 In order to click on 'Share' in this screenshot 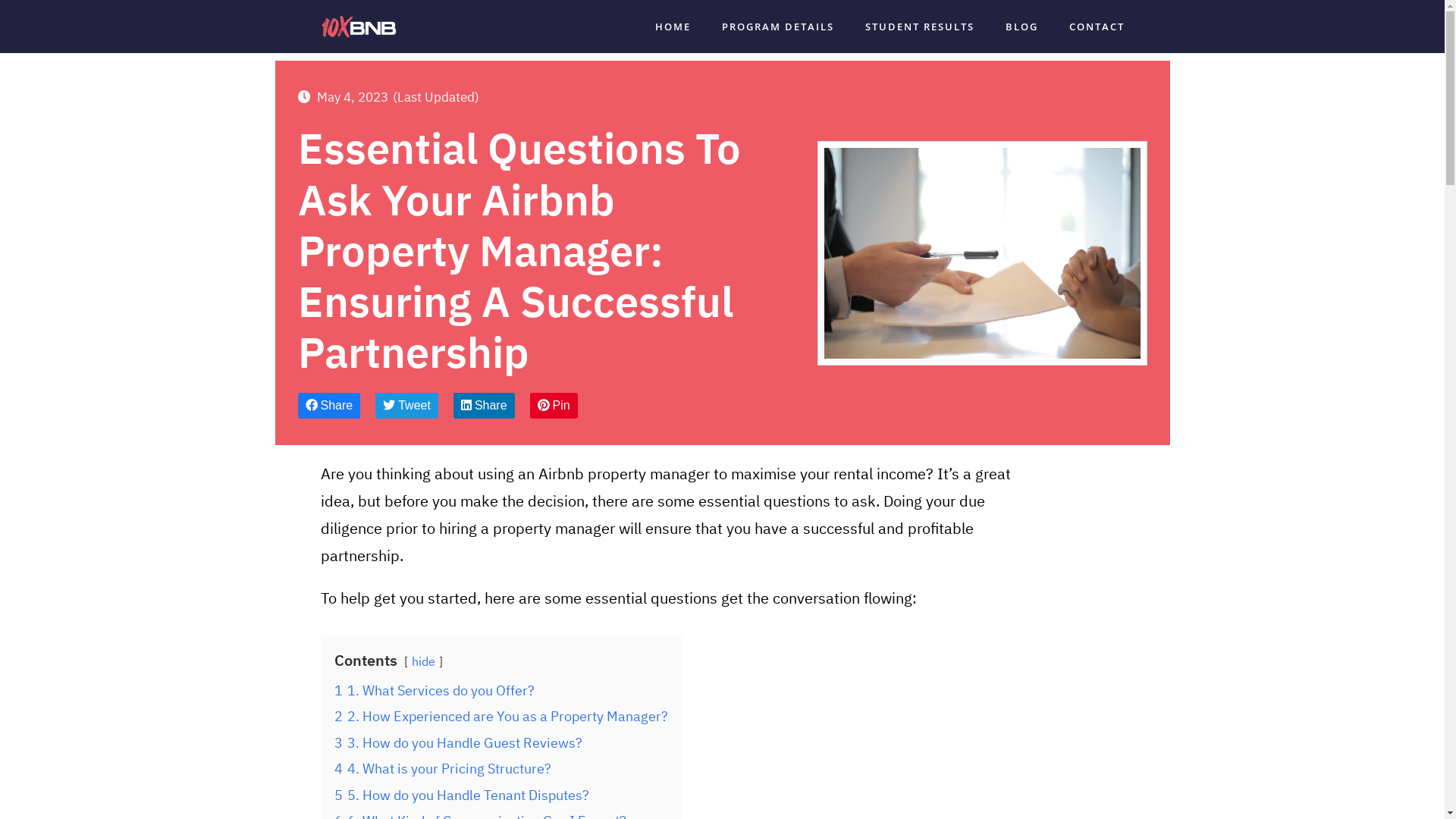, I will do `click(328, 405)`.